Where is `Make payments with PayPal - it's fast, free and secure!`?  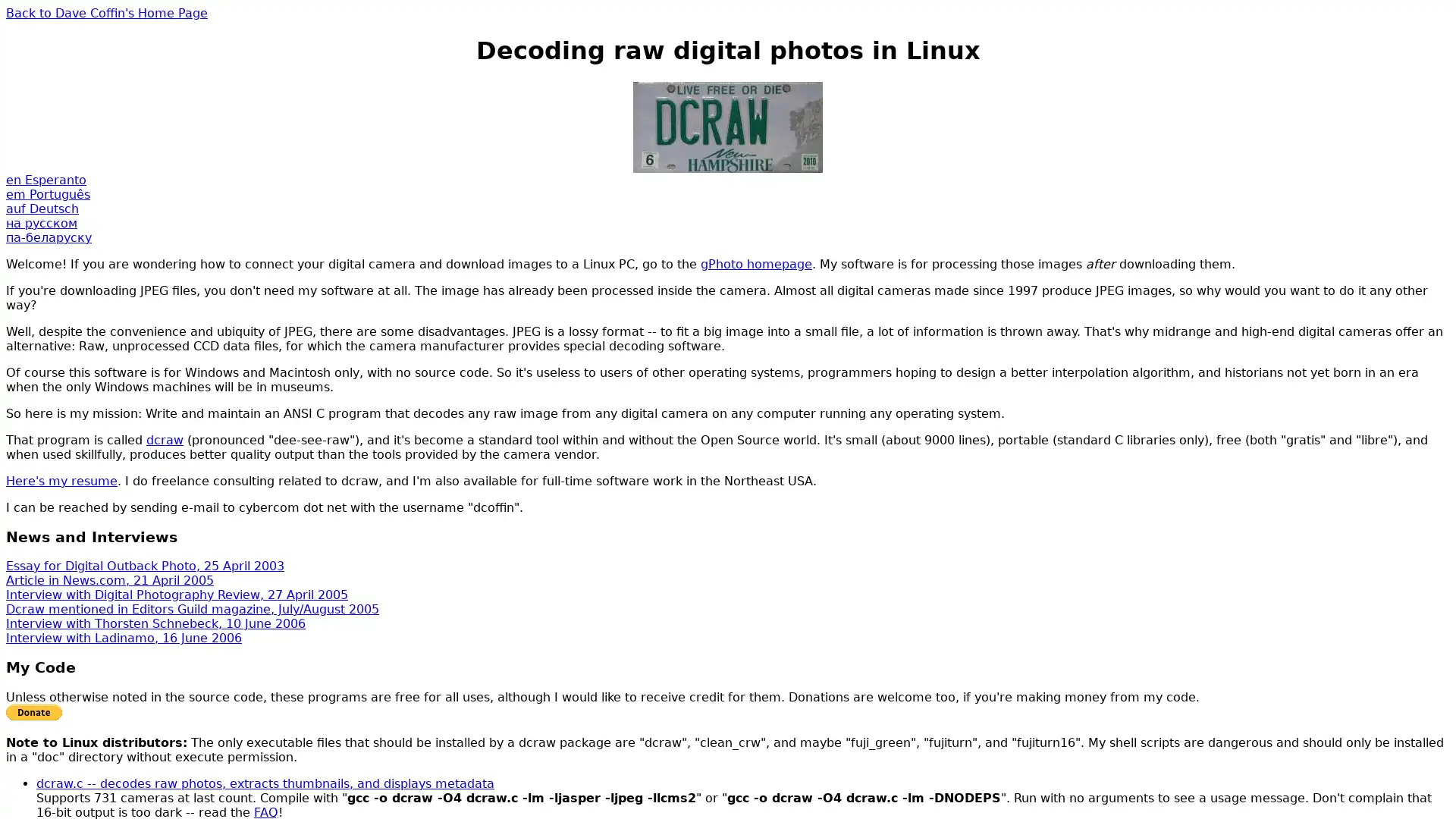
Make payments with PayPal - it's fast, free and secure! is located at coordinates (33, 711).